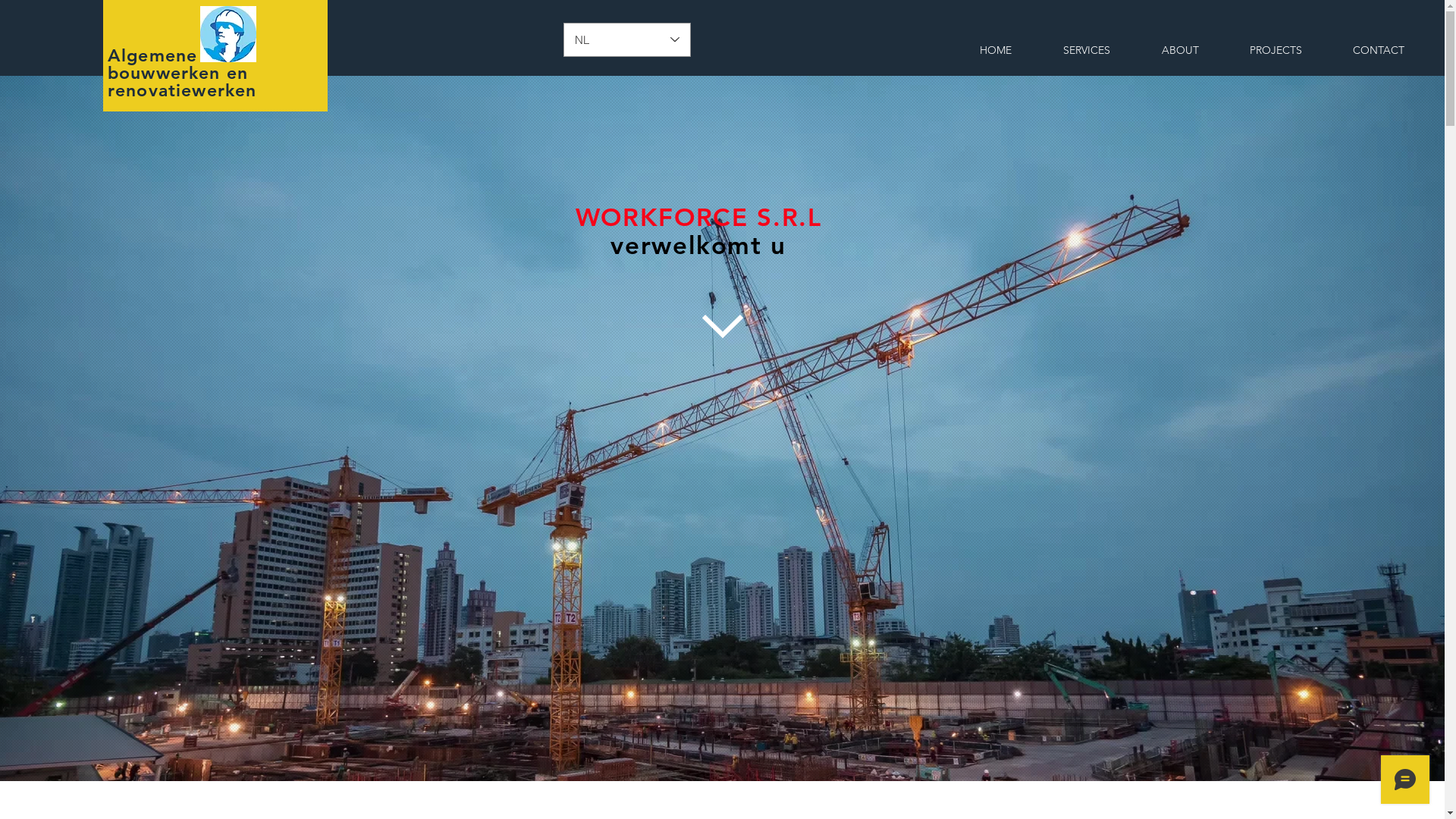 The height and width of the screenshot is (819, 1456). What do you see at coordinates (182, 73) in the screenshot?
I see `'Algemene bouwwerken en renovatiewerken'` at bounding box center [182, 73].